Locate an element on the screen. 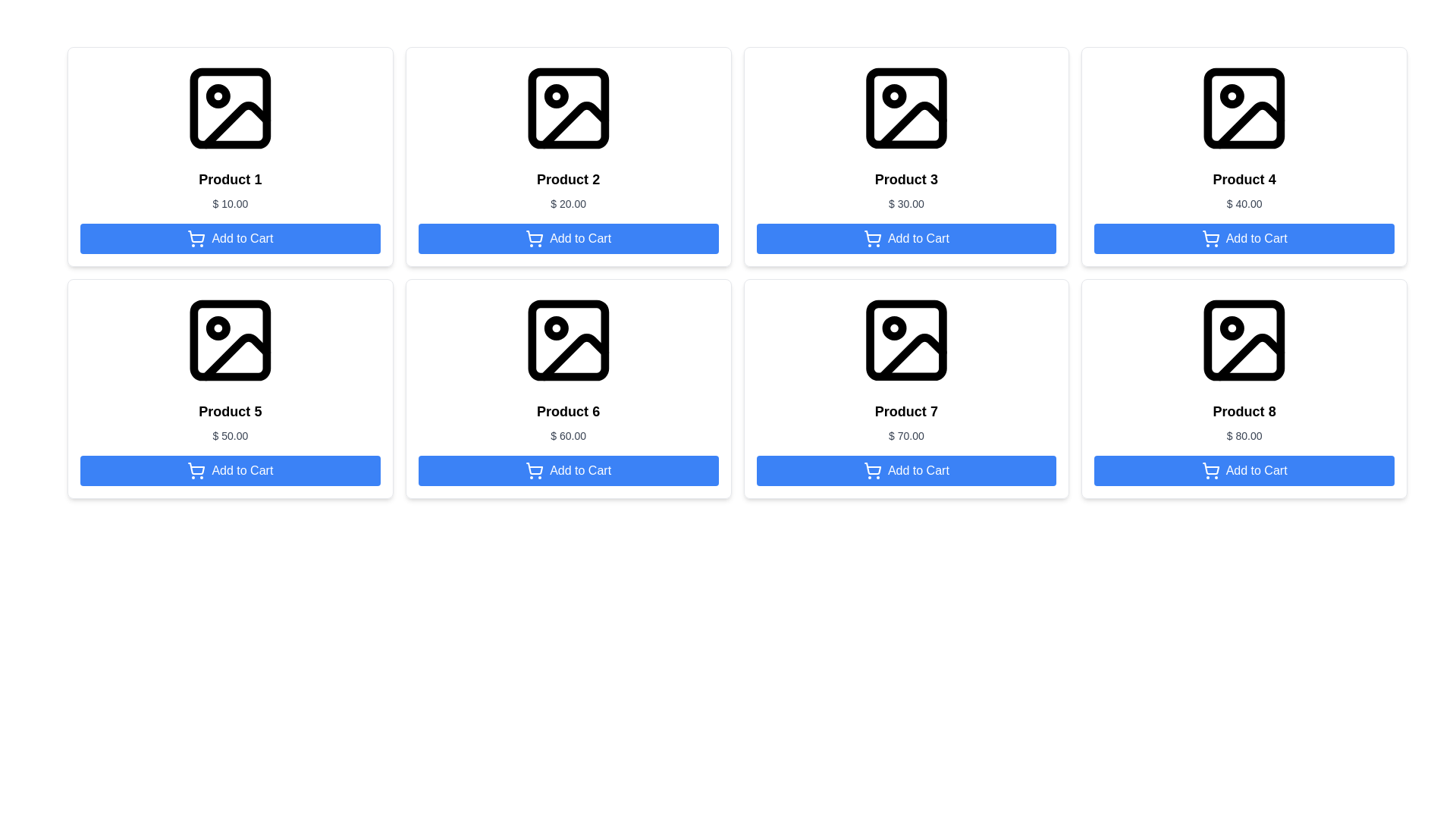  the price text label for 'Product 2', which is located below the product title and above the 'Add to Cart' button is located at coordinates (567, 203).